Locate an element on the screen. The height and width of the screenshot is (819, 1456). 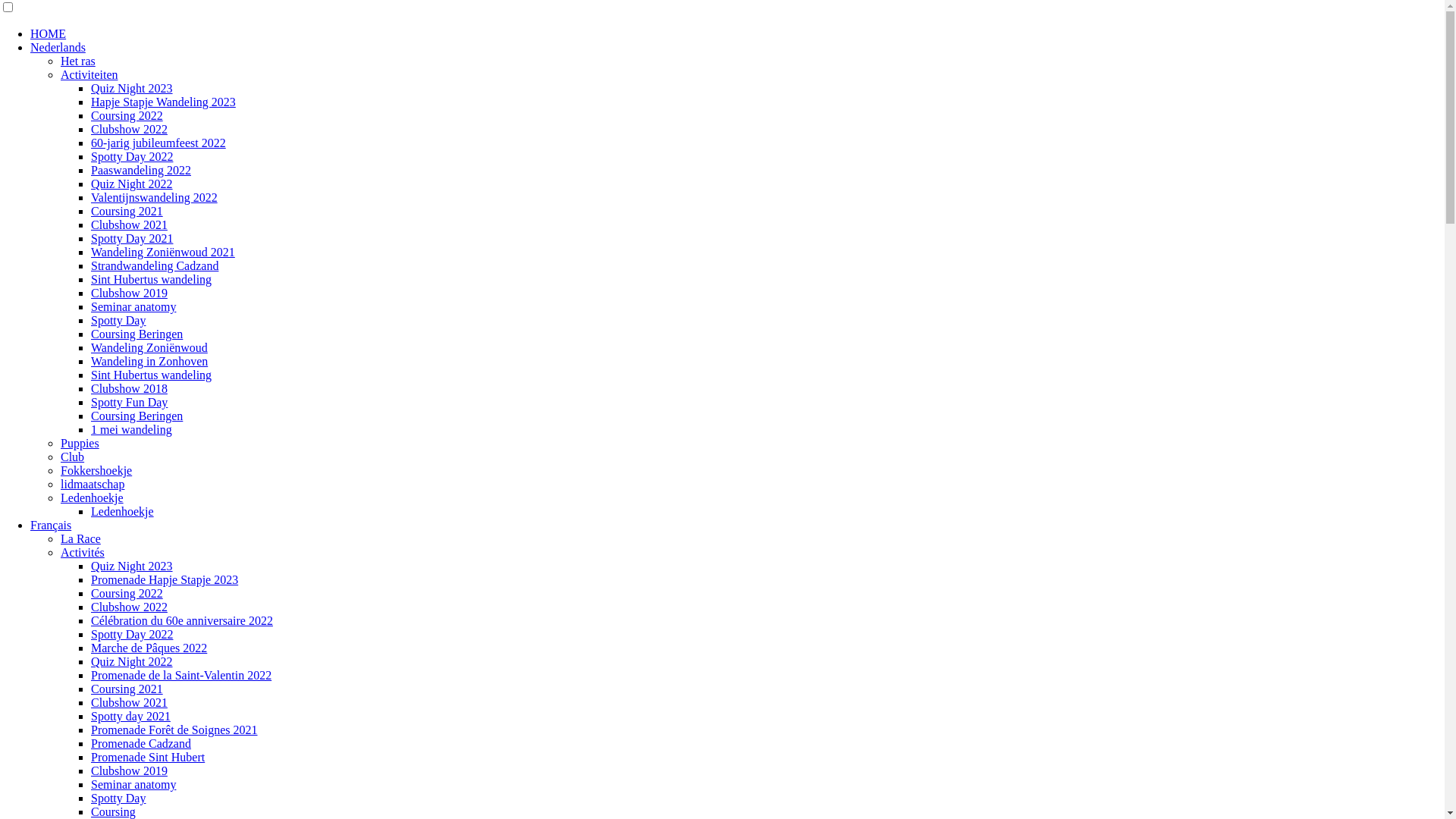
'Clubshow 2021' is located at coordinates (129, 224).